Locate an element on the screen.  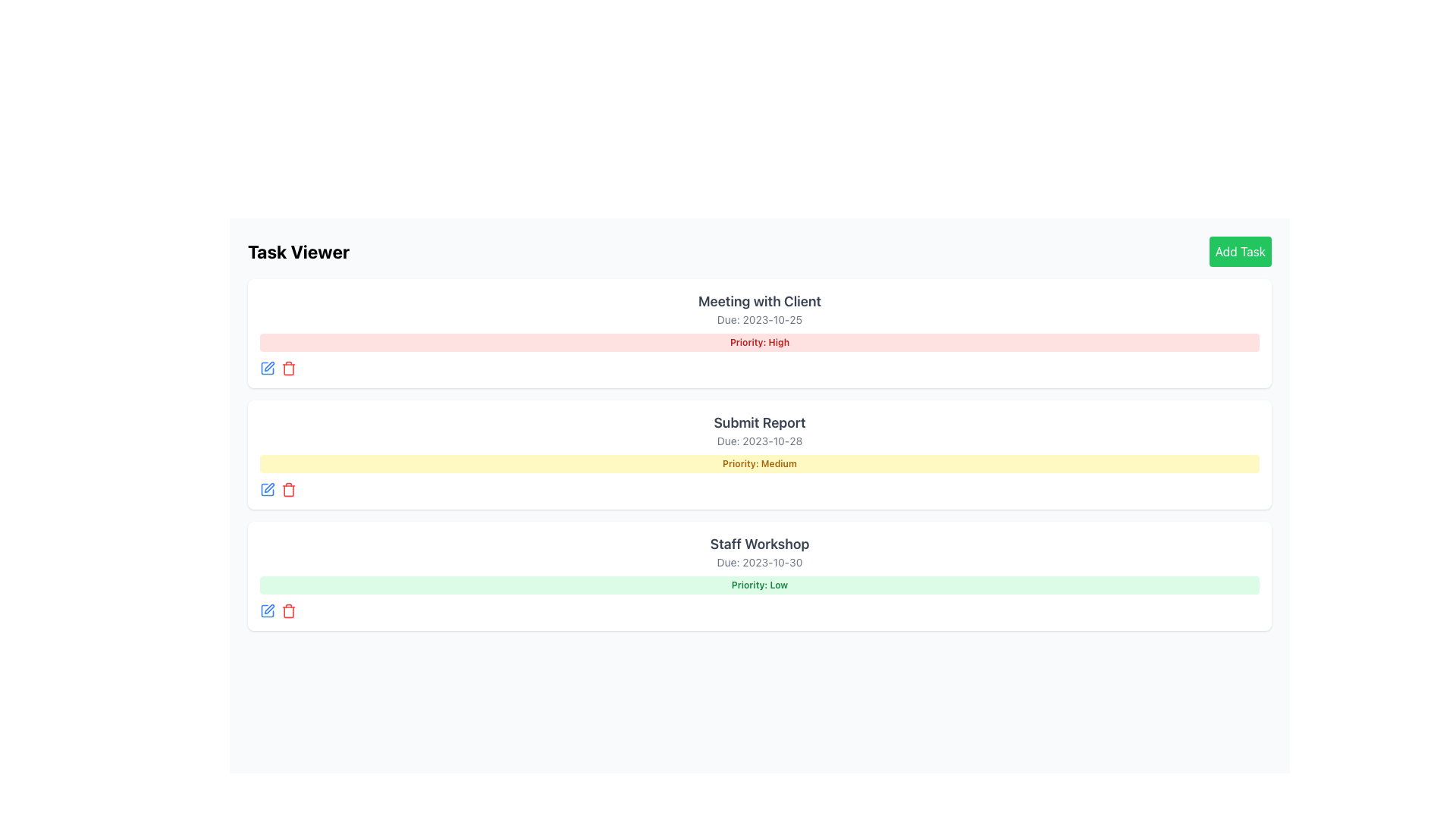
the edit button located in the upper-right corner of the task card, which is positioned to the left of a red trash icon is located at coordinates (269, 366).